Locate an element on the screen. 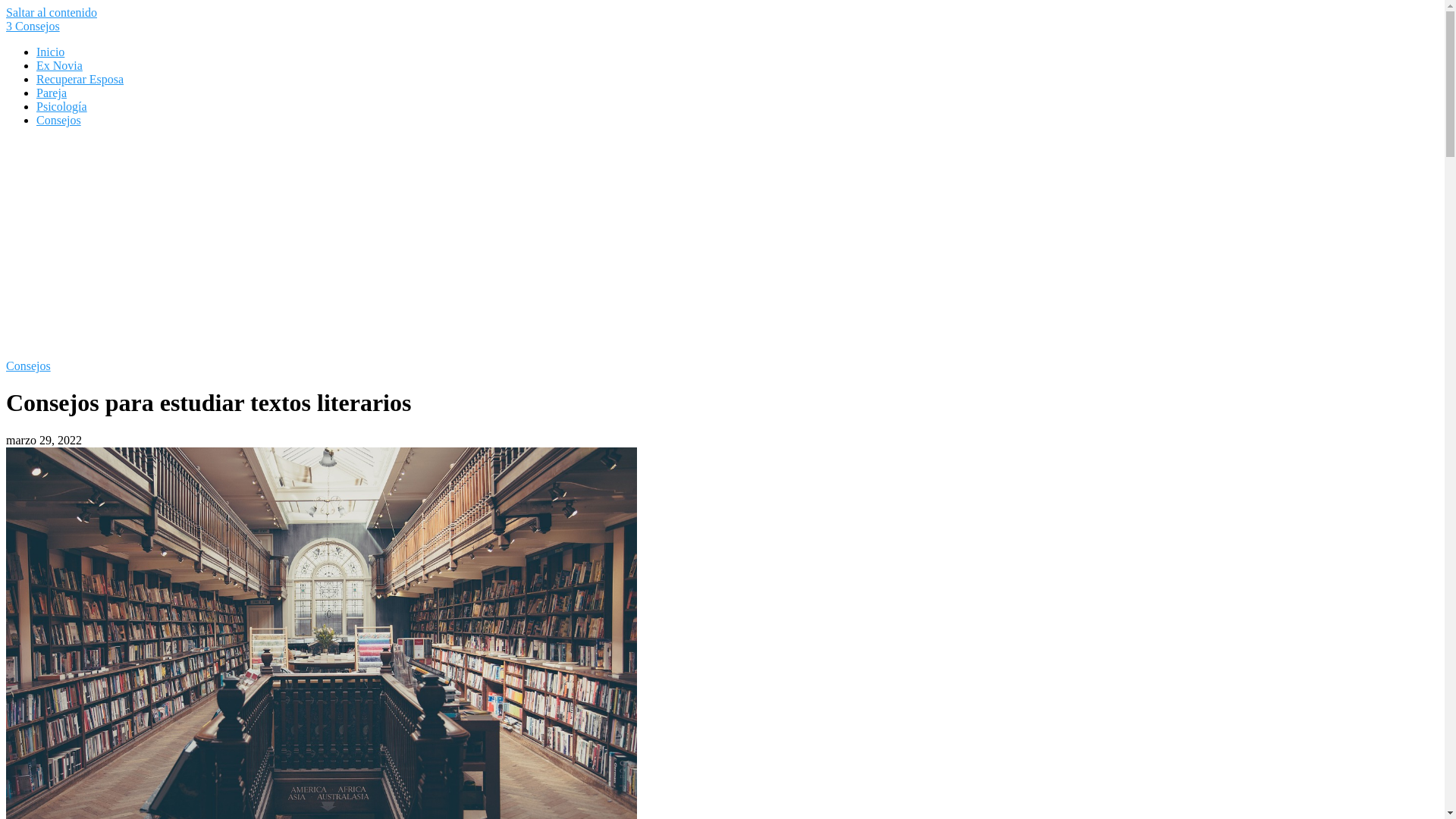 Image resolution: width=1456 pixels, height=819 pixels. 'Consejos' is located at coordinates (28, 366).